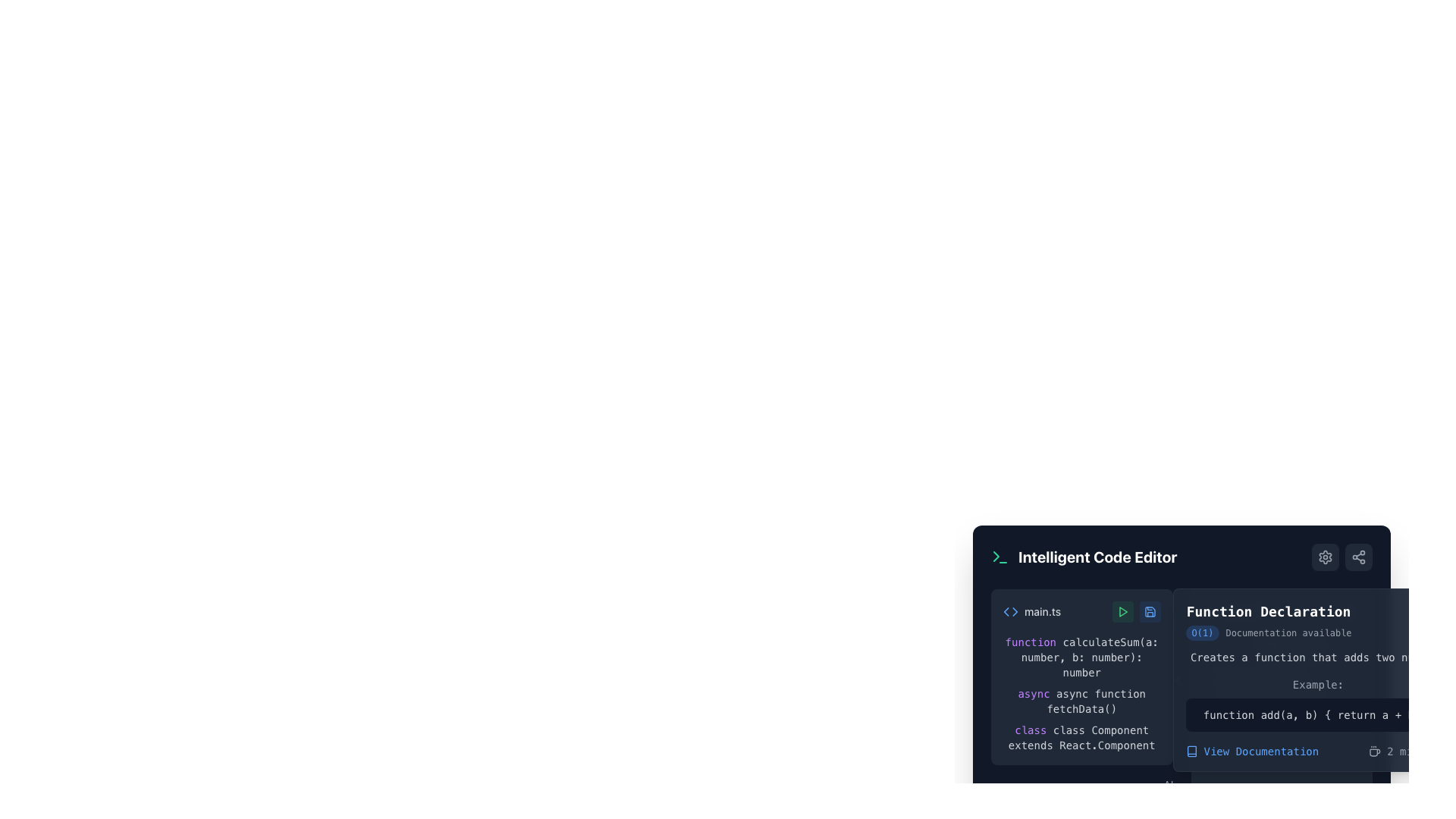 The image size is (1456, 819). What do you see at coordinates (1241, 610) in the screenshot?
I see `the Static Text labeled 'Output', styled with 'text-sm font-medium text-gray-300', located at the bottom-right section of the interface` at bounding box center [1241, 610].